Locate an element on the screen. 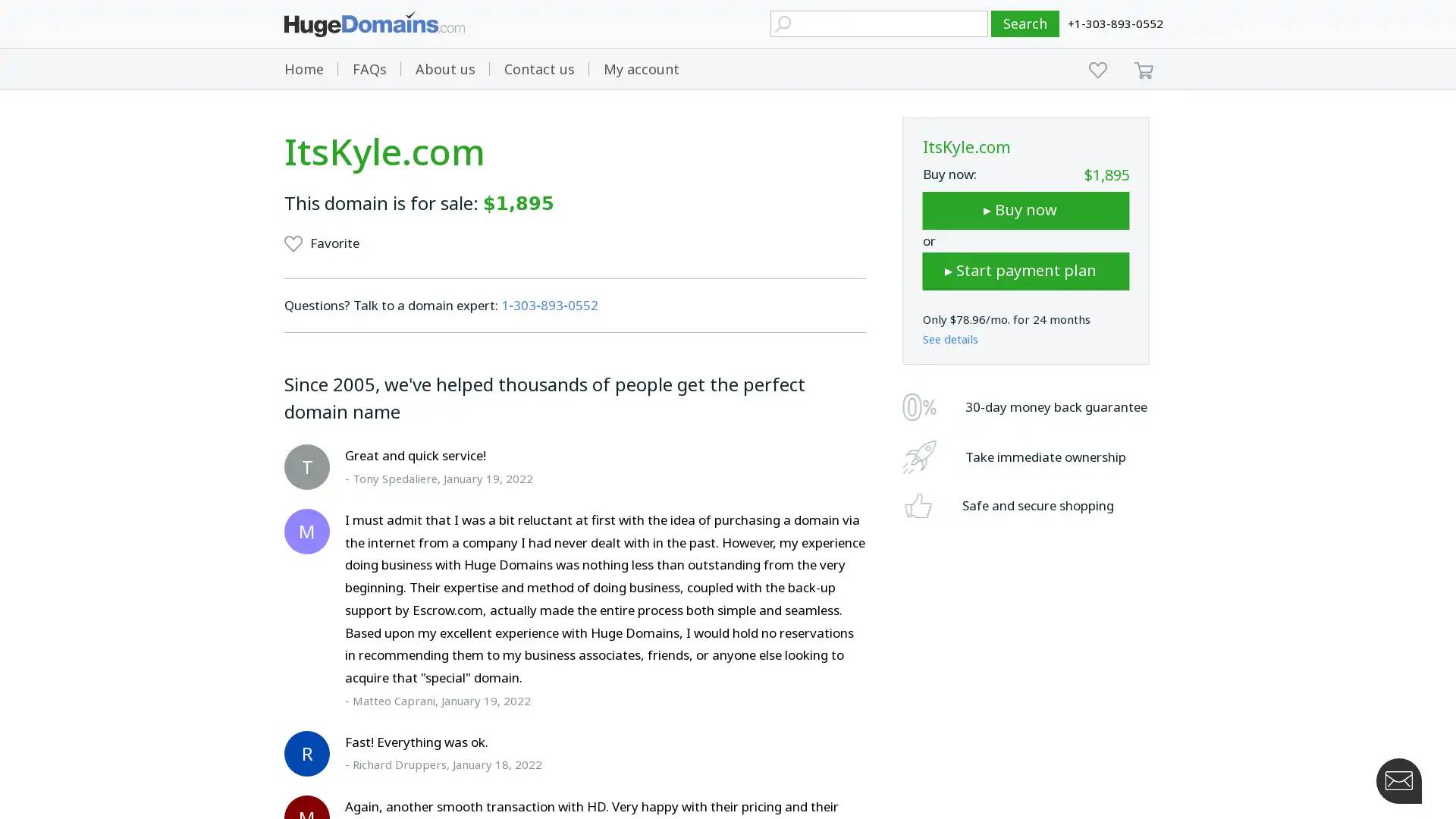 The height and width of the screenshot is (819, 1456). Search is located at coordinates (1025, 24).